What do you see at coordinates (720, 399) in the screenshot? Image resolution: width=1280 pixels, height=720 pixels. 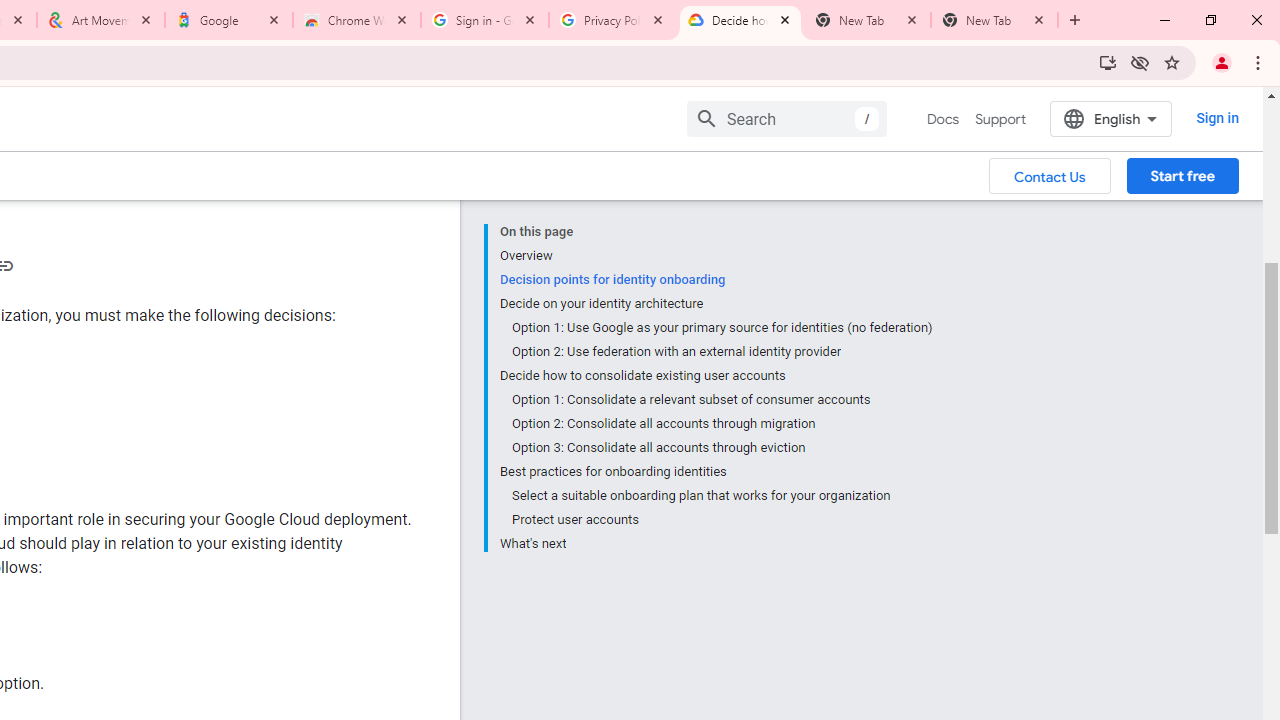 I see `'Option 1: Consolidate a relevant subset of consumer accounts'` at bounding box center [720, 399].